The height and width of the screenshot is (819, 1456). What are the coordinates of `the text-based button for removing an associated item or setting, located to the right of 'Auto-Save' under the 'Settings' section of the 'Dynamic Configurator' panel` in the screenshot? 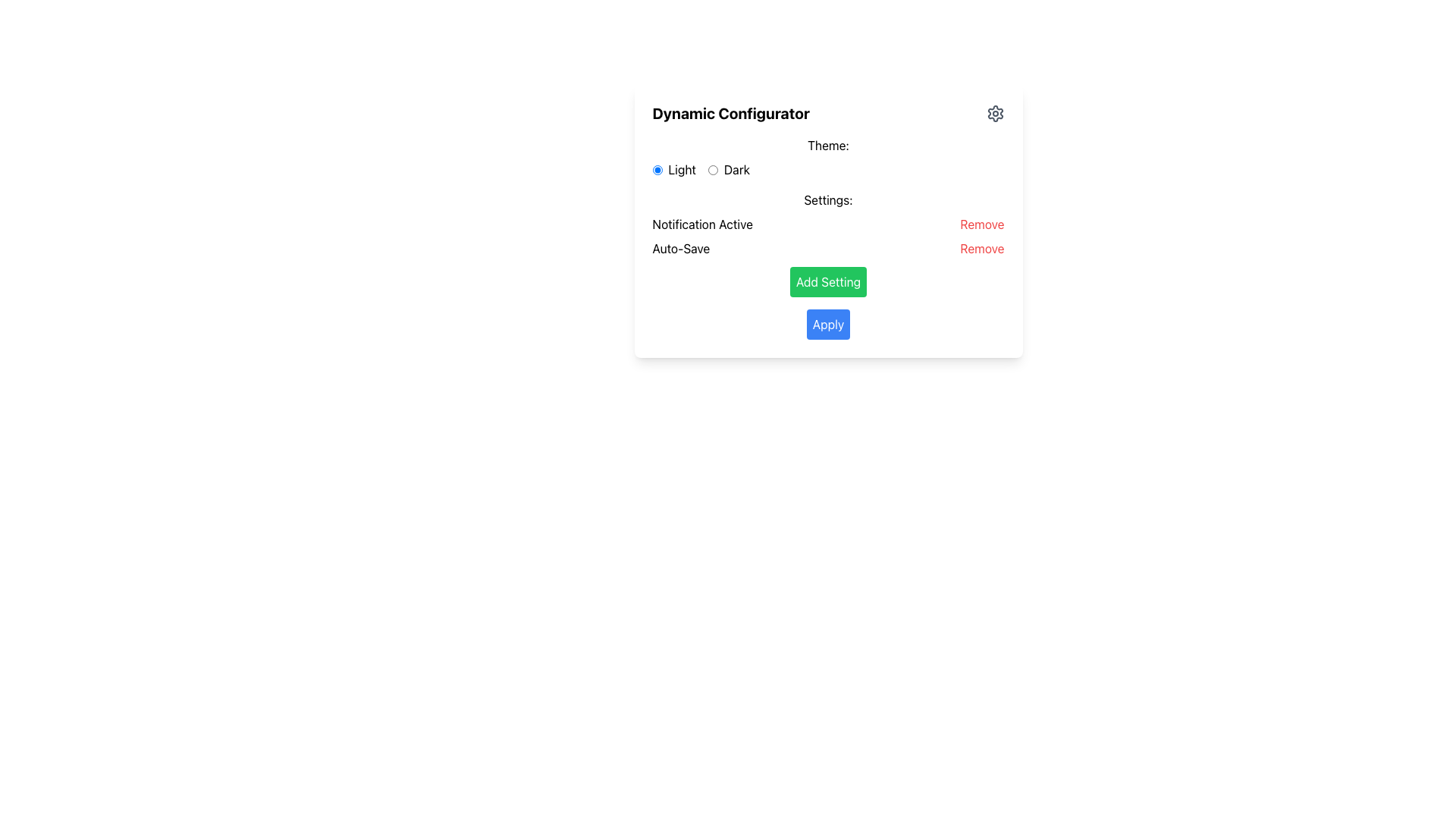 It's located at (982, 247).